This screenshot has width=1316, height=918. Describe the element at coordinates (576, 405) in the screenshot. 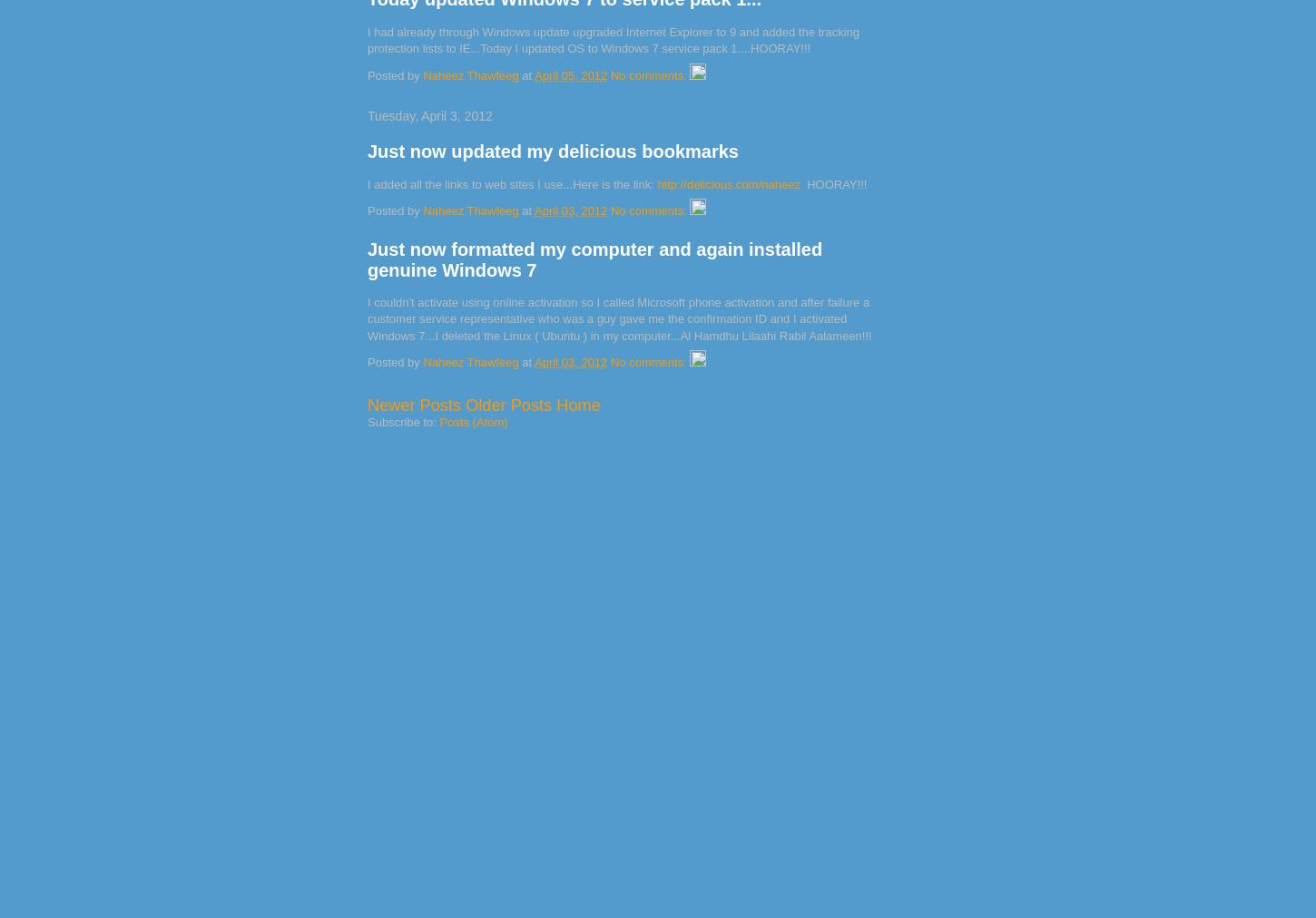

I see `'Home'` at that location.